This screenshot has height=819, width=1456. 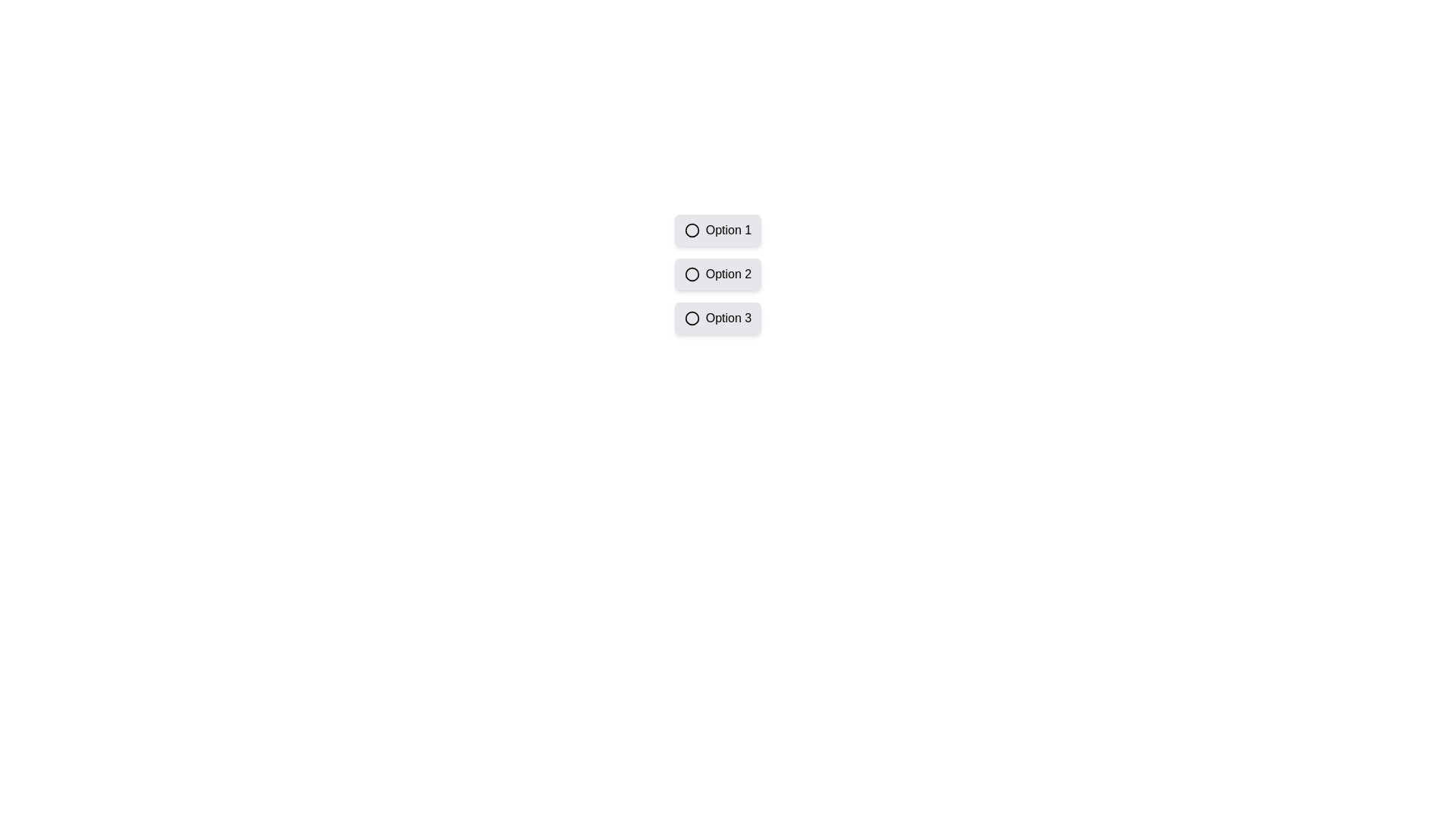 I want to click on the text label within the button labeled 'Option 2', which indicates its purpose in the option group, so click(x=728, y=275).